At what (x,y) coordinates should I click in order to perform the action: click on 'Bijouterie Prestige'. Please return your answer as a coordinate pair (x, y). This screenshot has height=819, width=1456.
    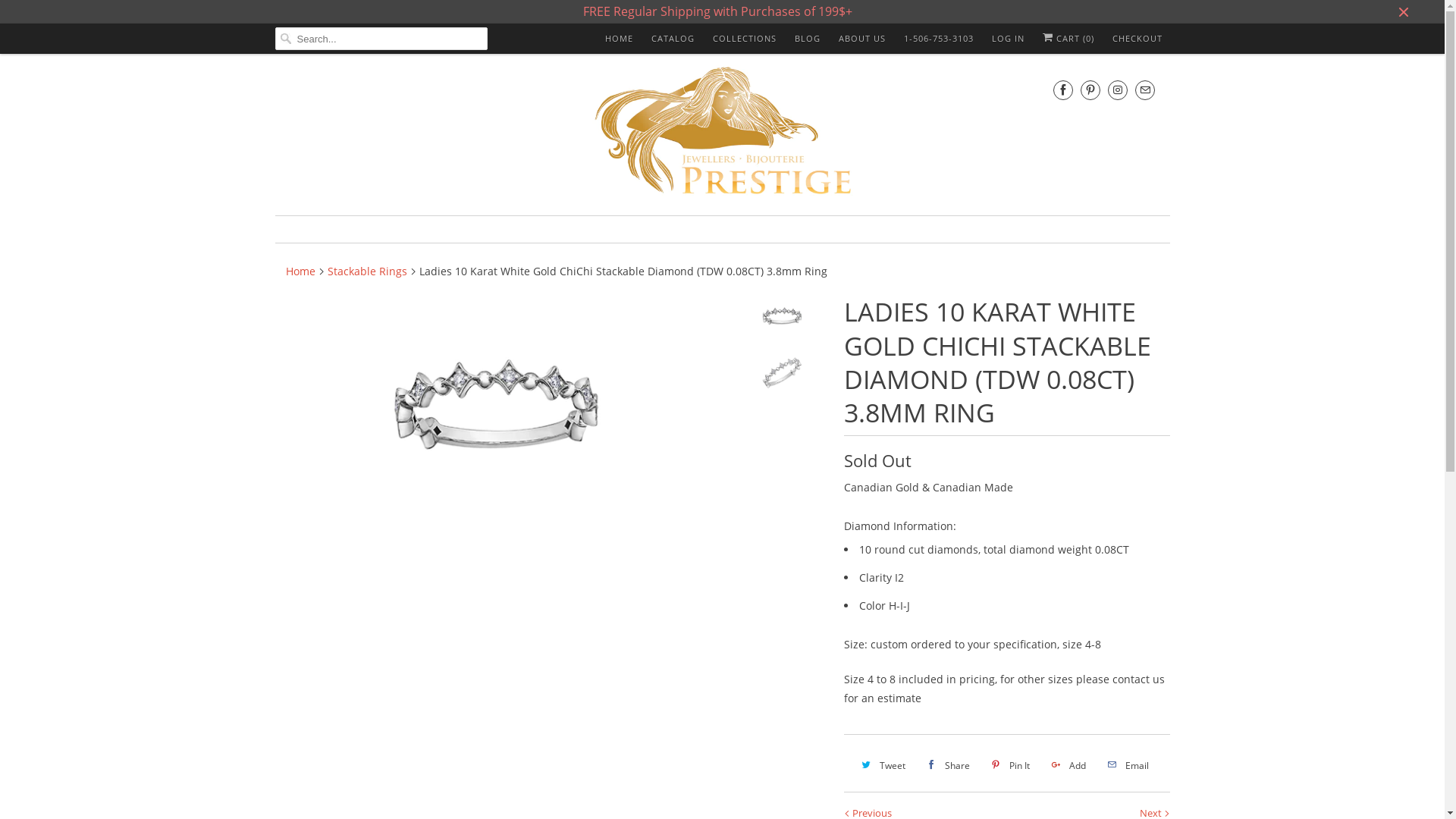
    Looking at the image, I should click on (722, 131).